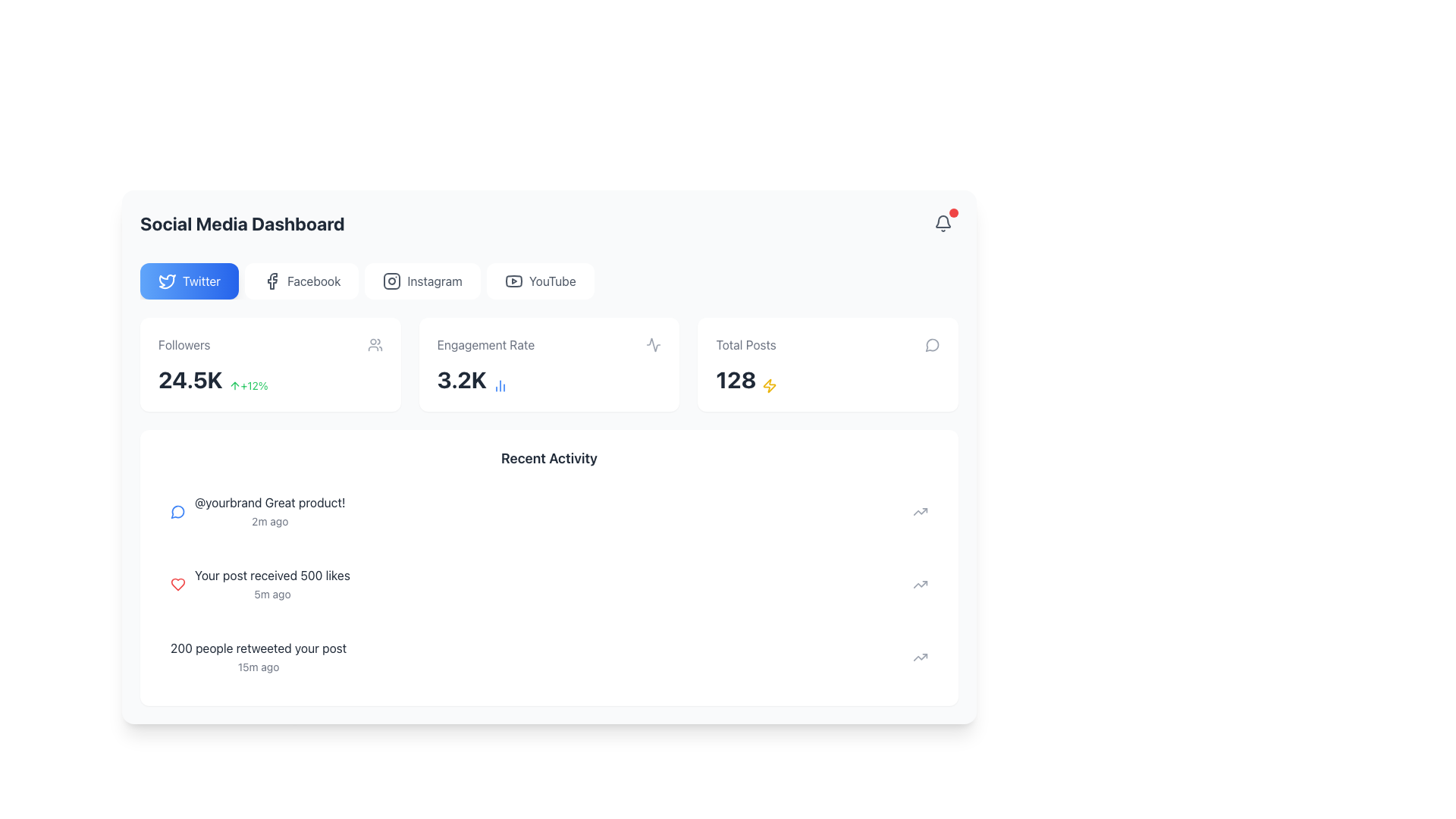 This screenshot has height=819, width=1456. I want to click on the Twitter icon located within the blue gradient button at the top-left quadrant of the dashboard, so click(167, 281).